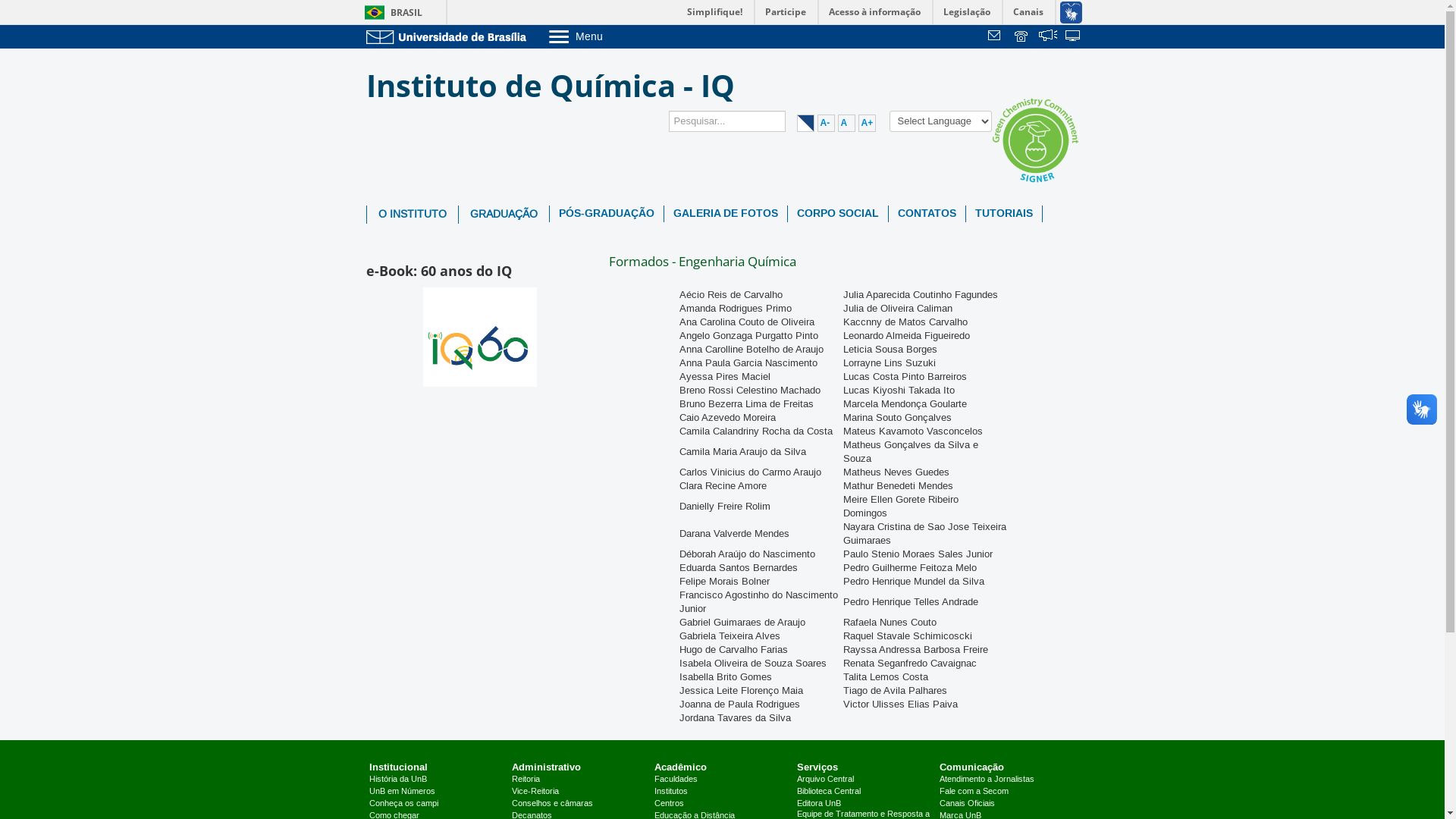 The image size is (1456, 819). What do you see at coordinates (836, 213) in the screenshot?
I see `'CORPO SOCIAL'` at bounding box center [836, 213].